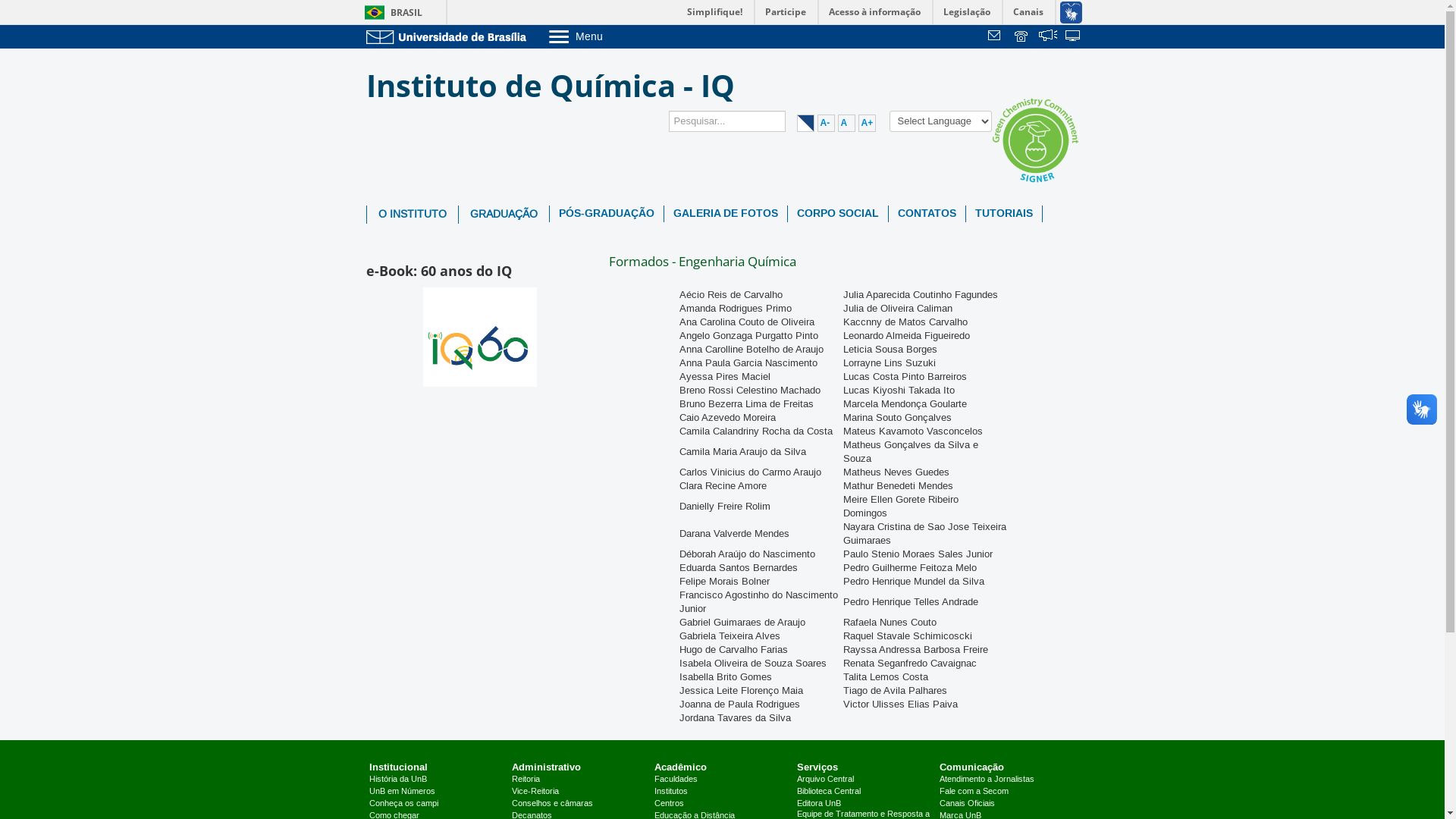 The image size is (1456, 819). What do you see at coordinates (836, 213) in the screenshot?
I see `'CORPO SOCIAL'` at bounding box center [836, 213].